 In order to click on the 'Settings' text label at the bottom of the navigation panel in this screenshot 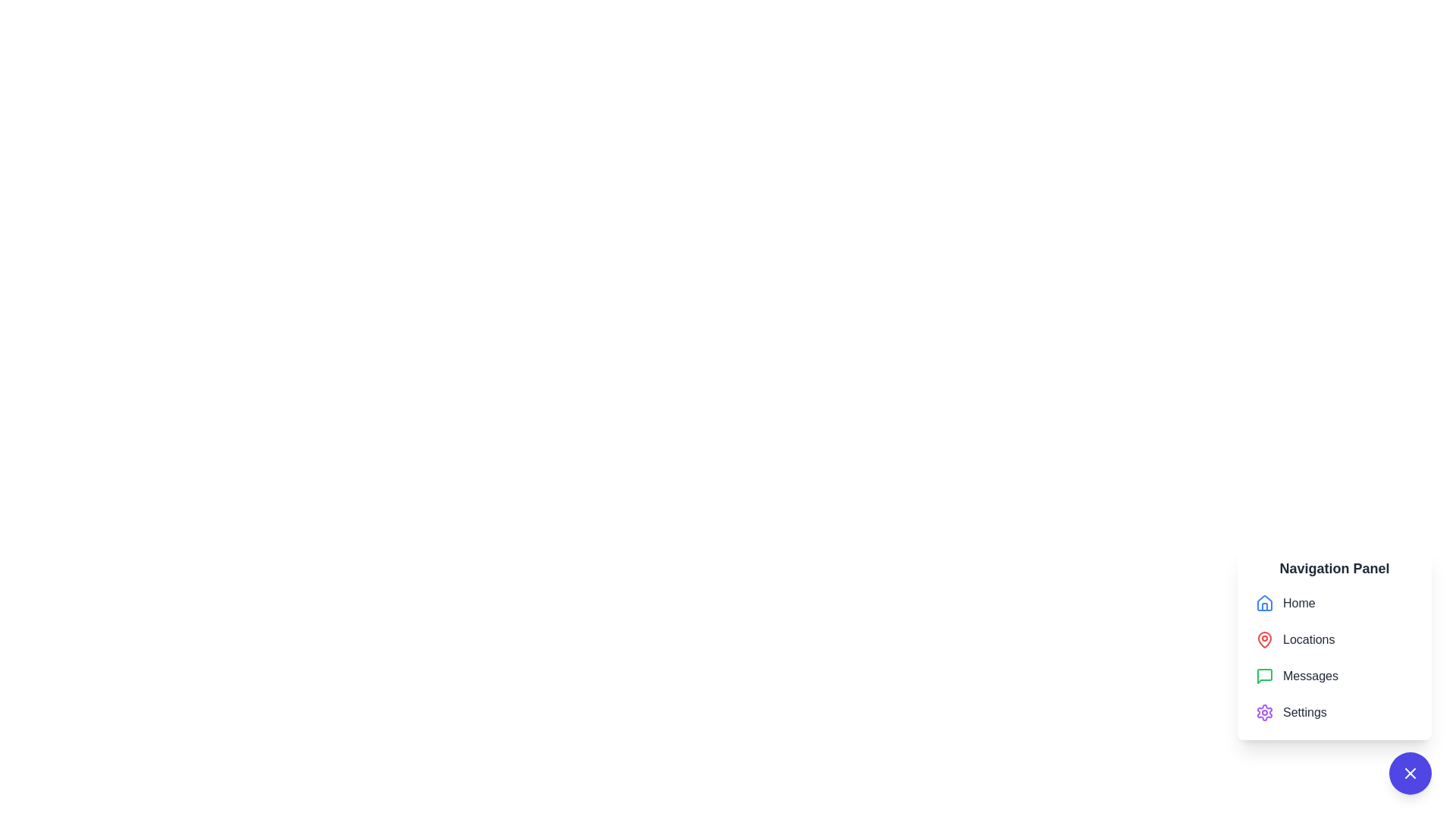, I will do `click(1304, 713)`.